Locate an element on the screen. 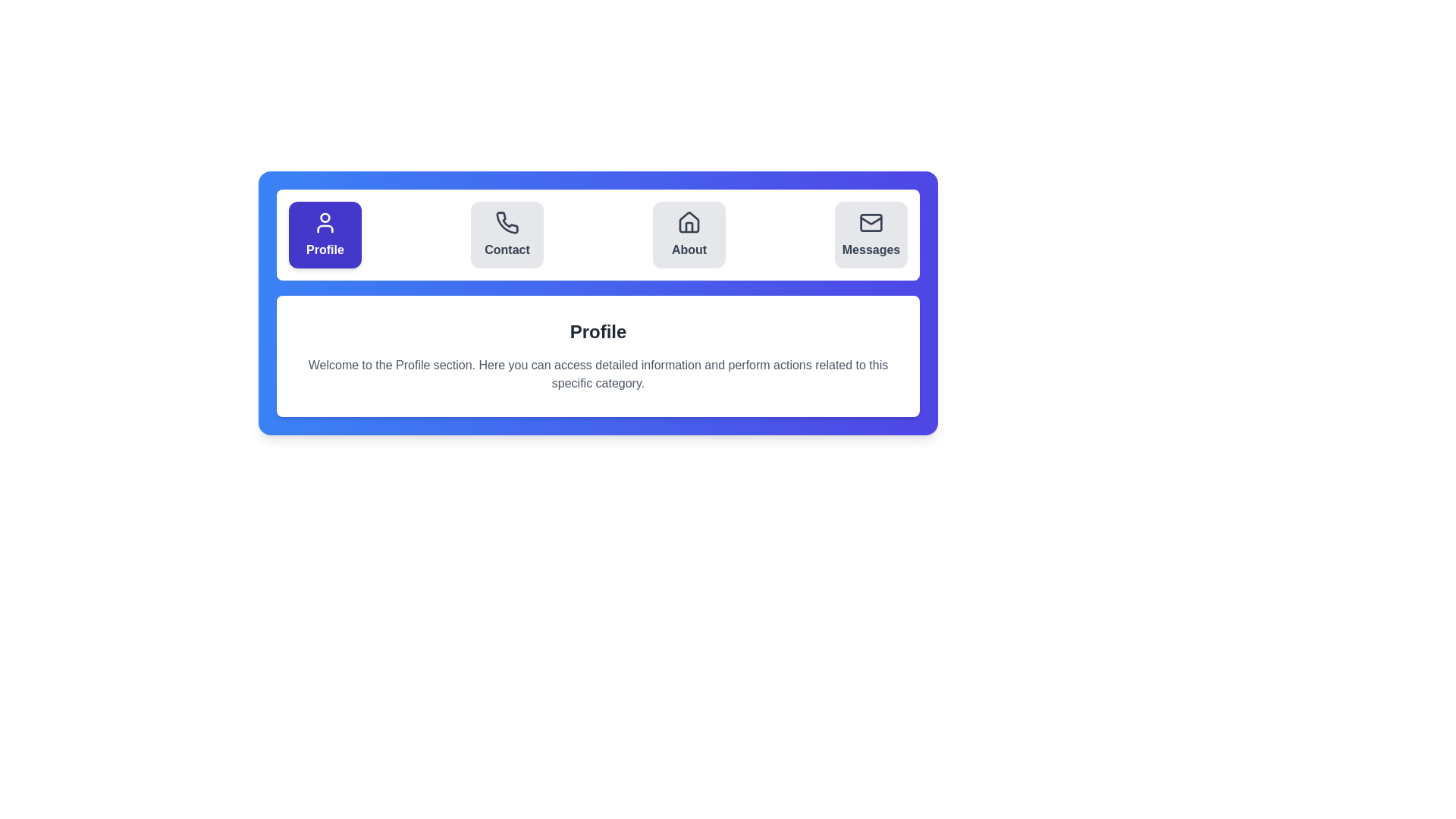 The width and height of the screenshot is (1456, 819). the About tab by clicking its button is located at coordinates (688, 234).